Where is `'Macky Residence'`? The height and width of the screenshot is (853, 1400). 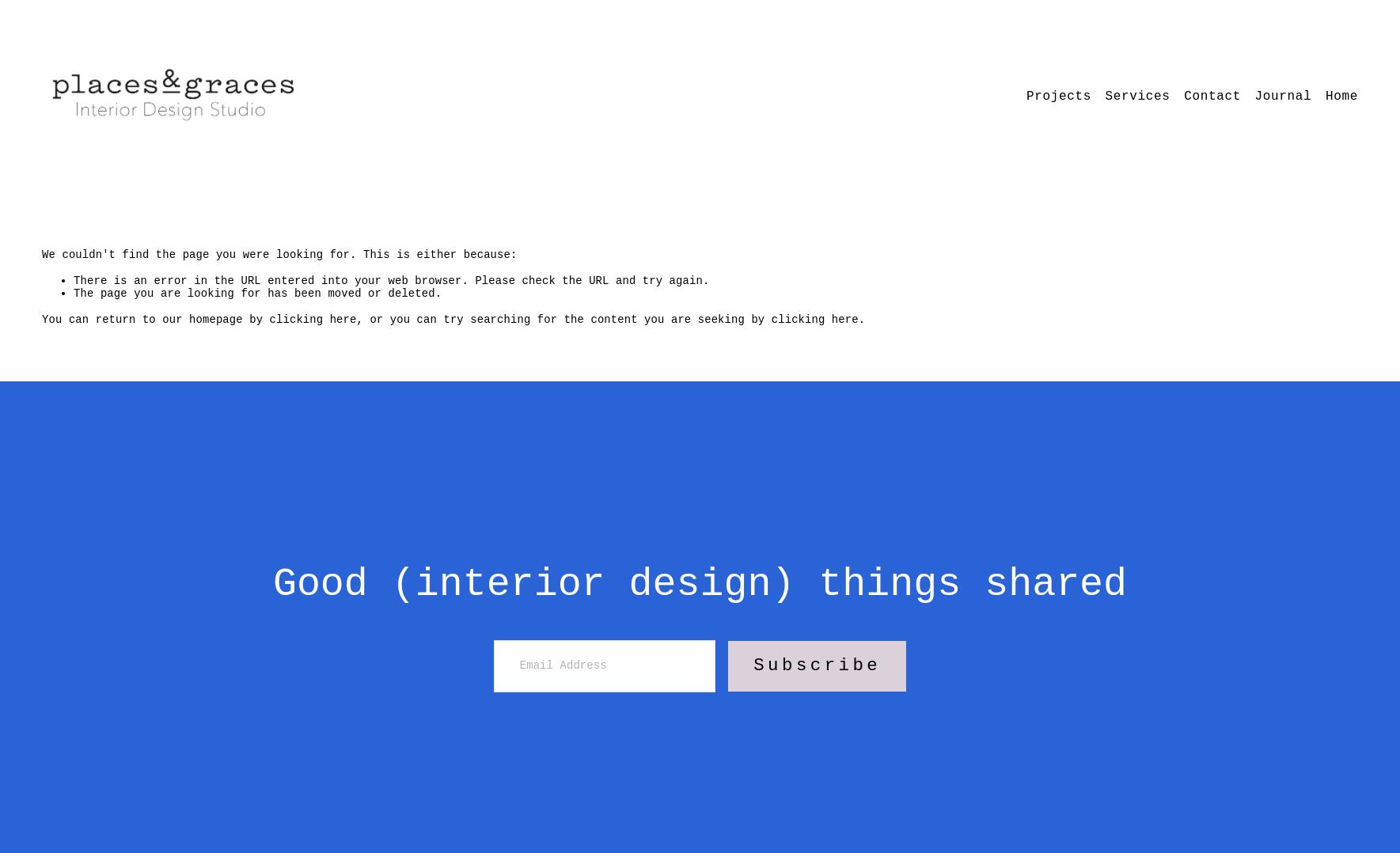
'Macky Residence' is located at coordinates (1030, 196).